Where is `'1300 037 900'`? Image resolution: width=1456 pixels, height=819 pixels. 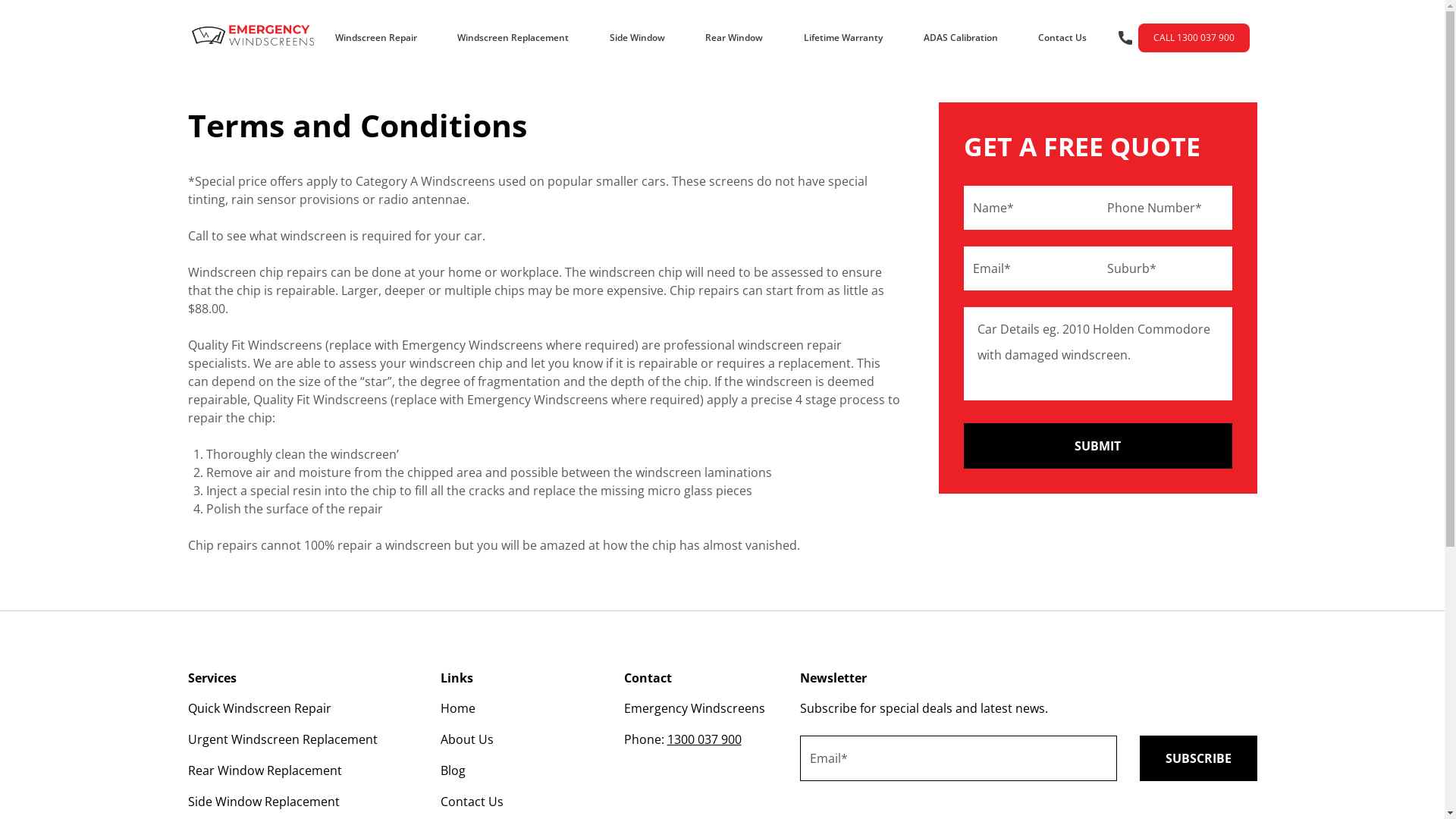
'1300 037 900' is located at coordinates (667, 739).